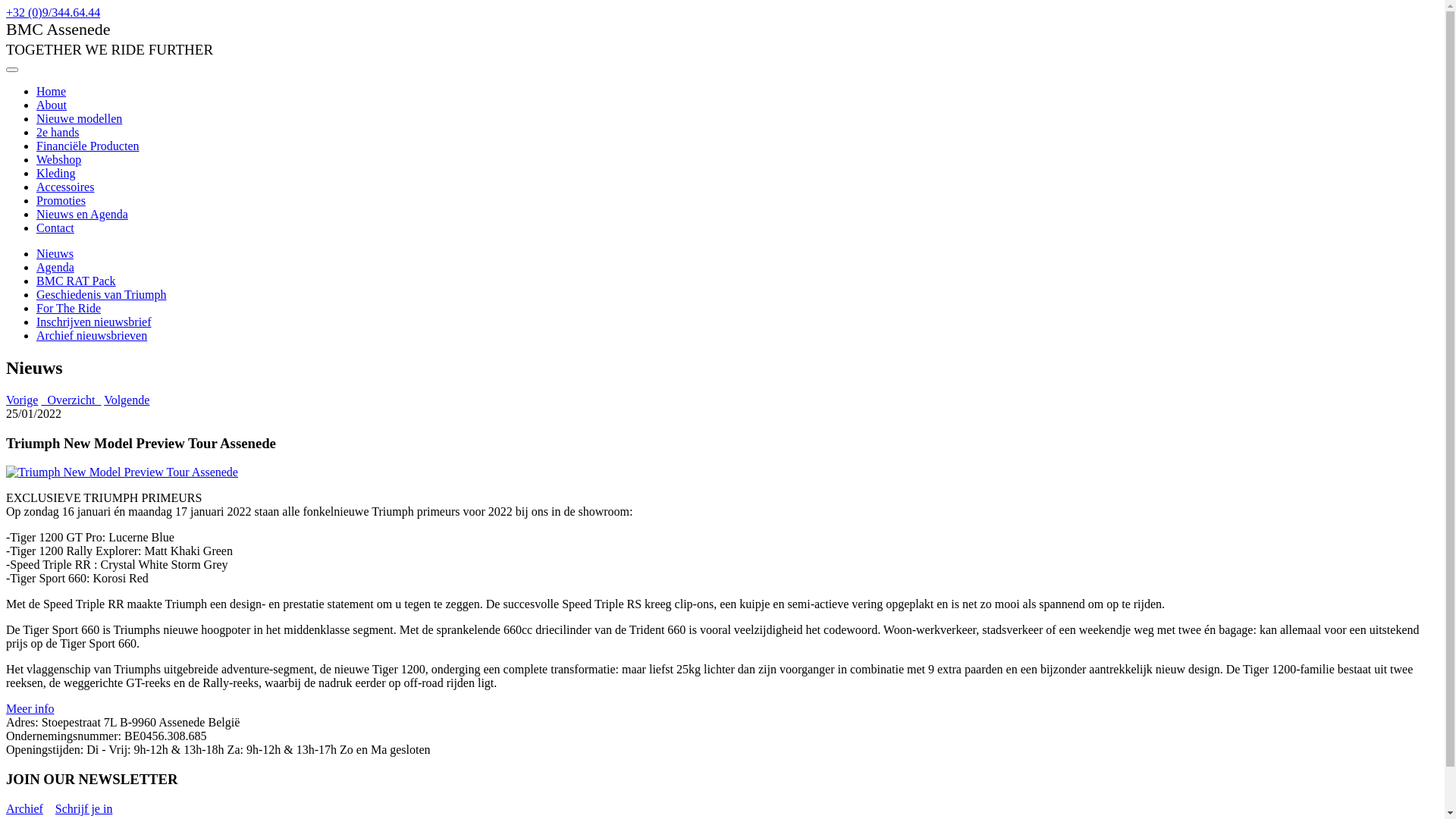 The image size is (1456, 819). I want to click on 'Volgende', so click(103, 399).